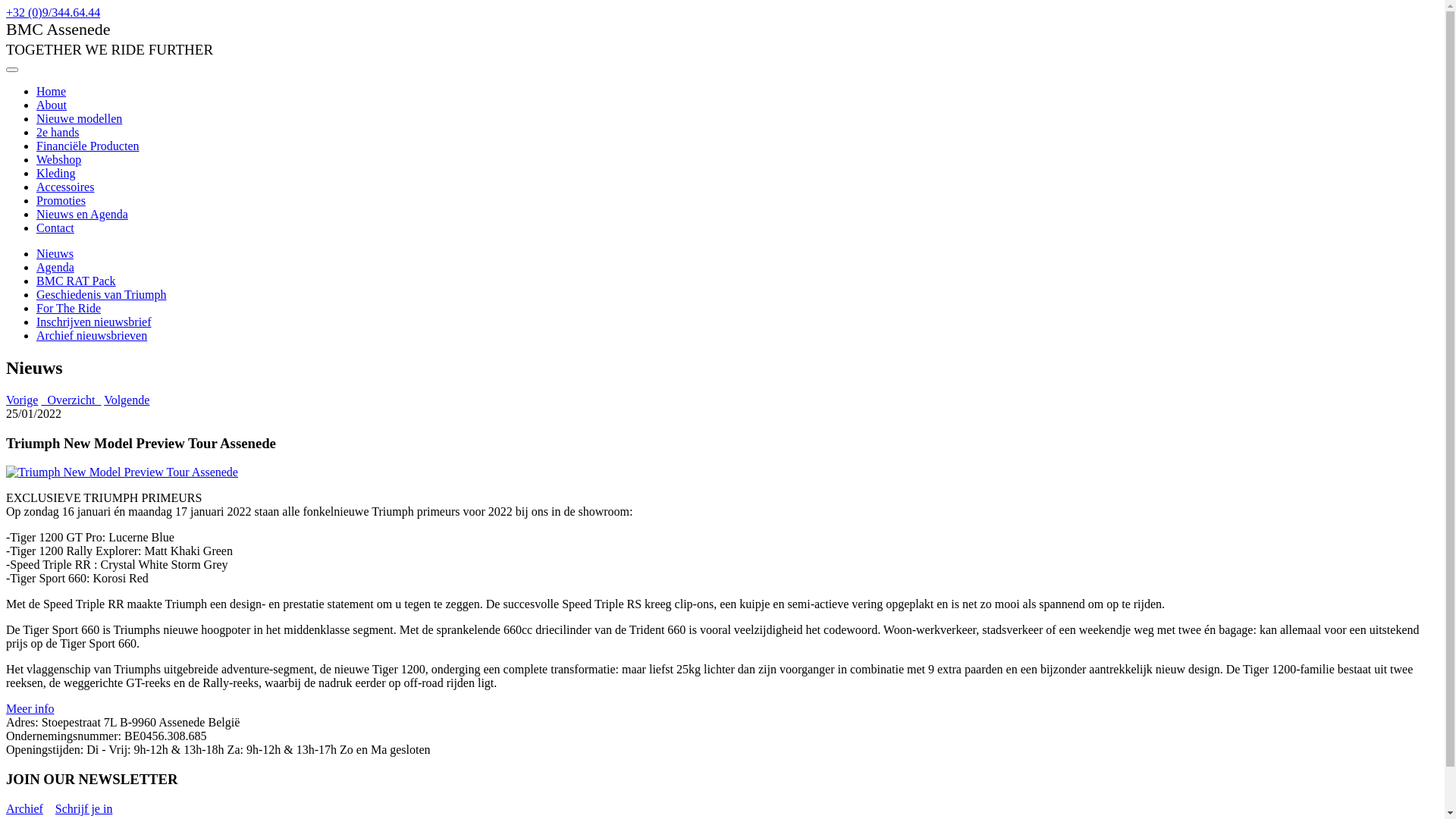 The image size is (1456, 819). I want to click on 'Volgende', so click(103, 399).